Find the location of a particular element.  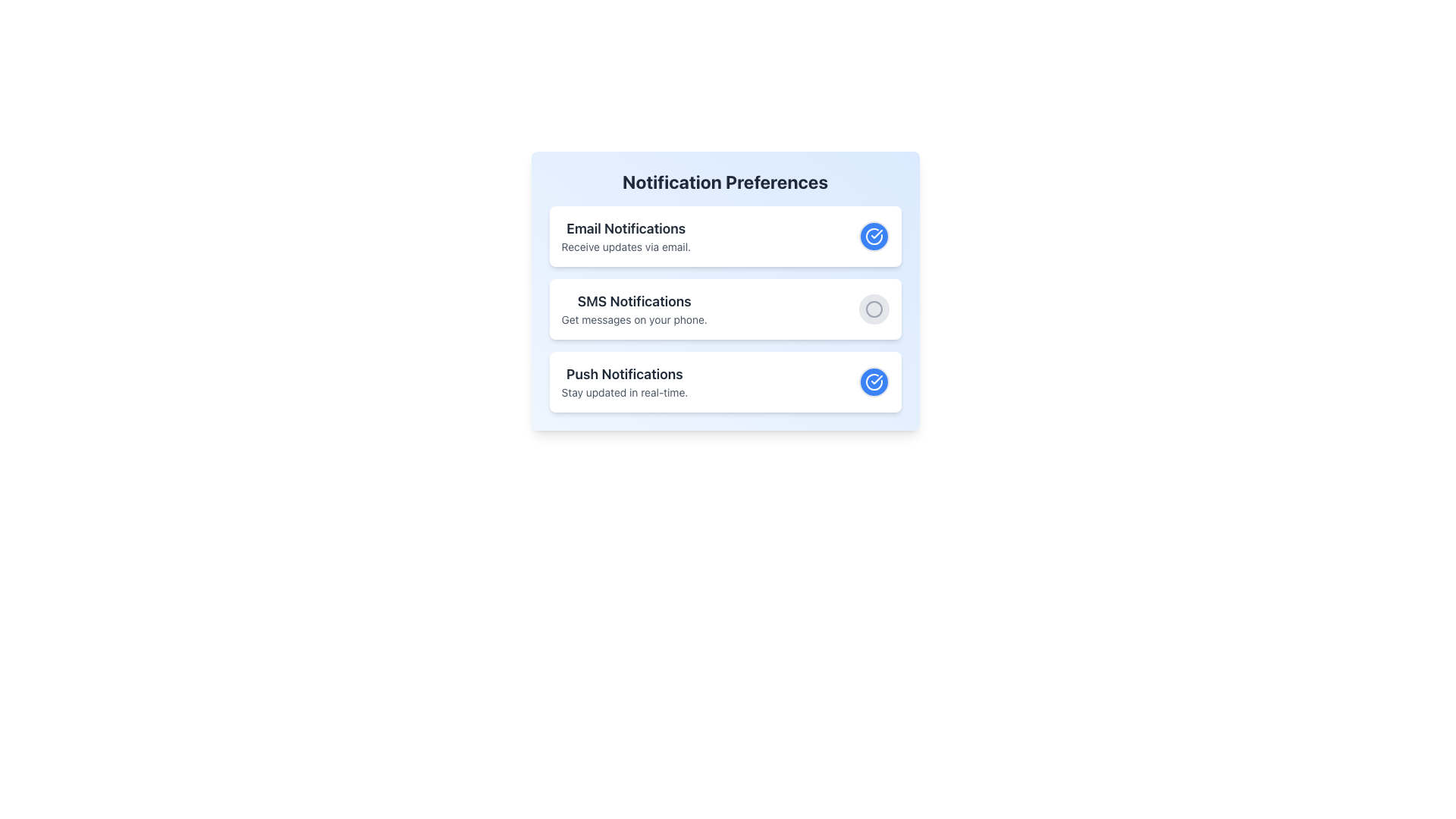

the circular icon representing the unselected state of the SMS Notifications option, which is located in the second row of notification preferences is located at coordinates (874, 309).